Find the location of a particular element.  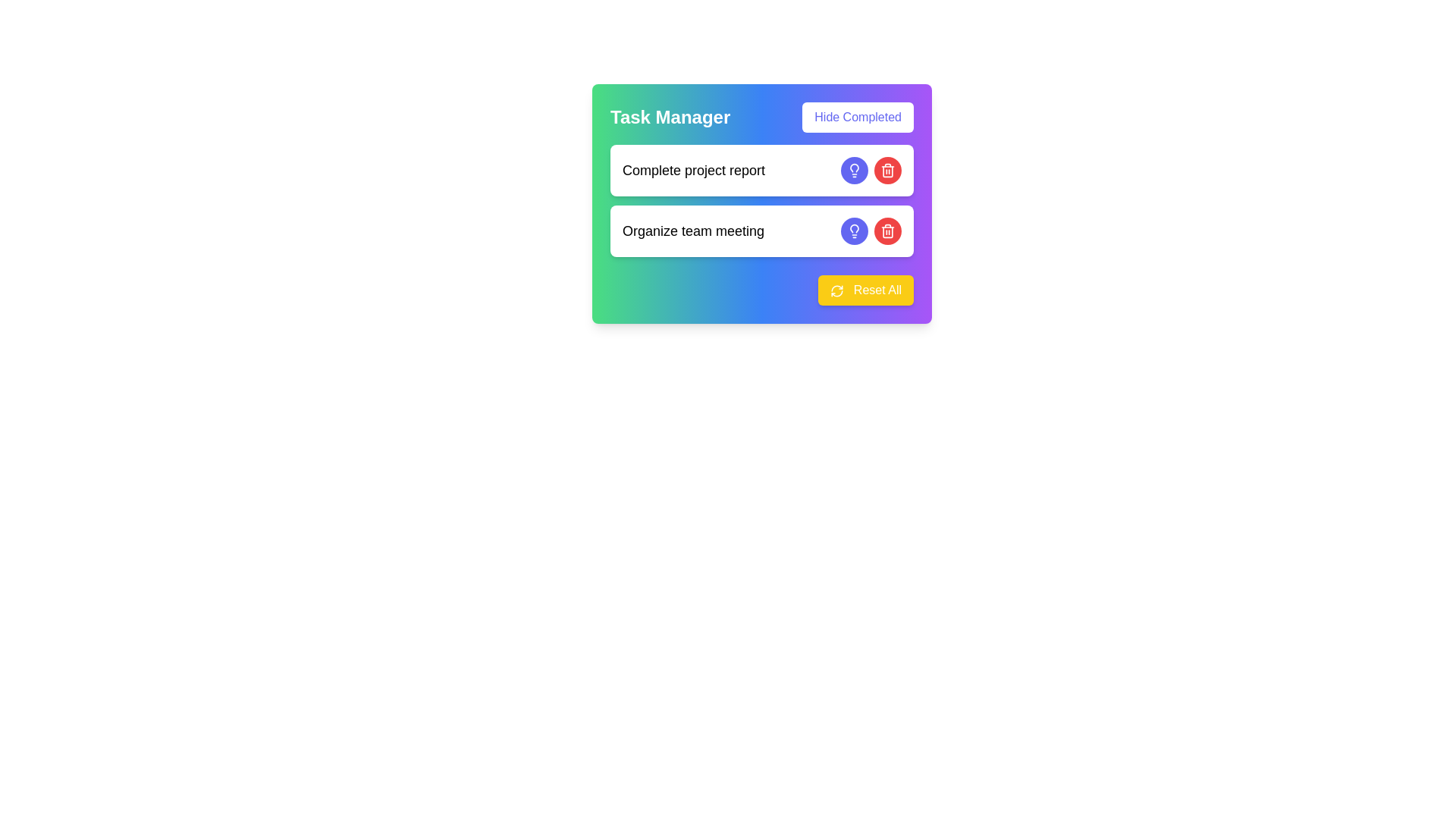

the text label displaying 'Complete project report', which is prominently positioned within the first task entry of the Task Manager interface is located at coordinates (693, 170).